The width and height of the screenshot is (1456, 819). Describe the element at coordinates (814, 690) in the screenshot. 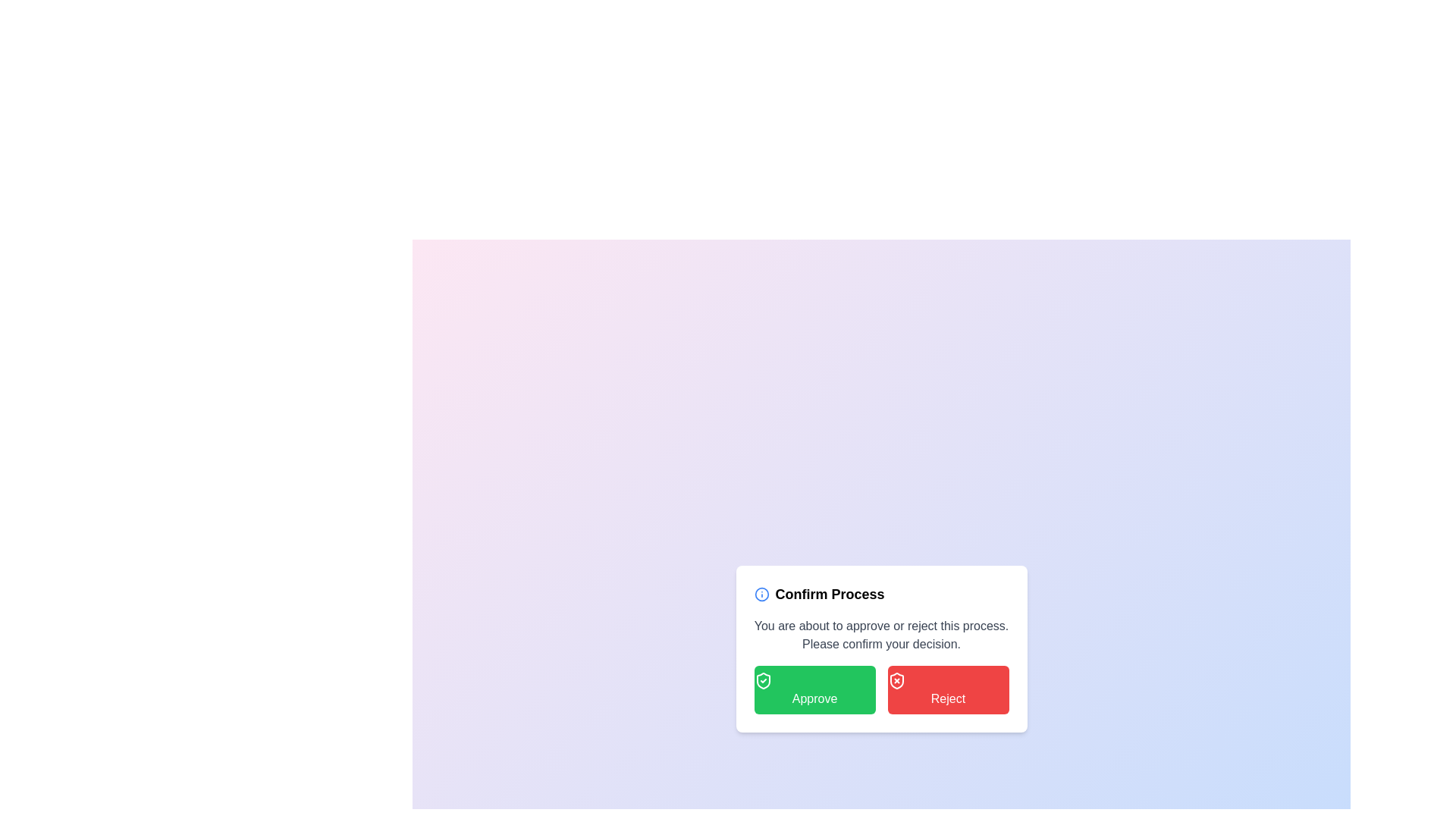

I see `the leftmost button labeled 'Approve' in the dialog box titled 'Confirm Process'` at that location.